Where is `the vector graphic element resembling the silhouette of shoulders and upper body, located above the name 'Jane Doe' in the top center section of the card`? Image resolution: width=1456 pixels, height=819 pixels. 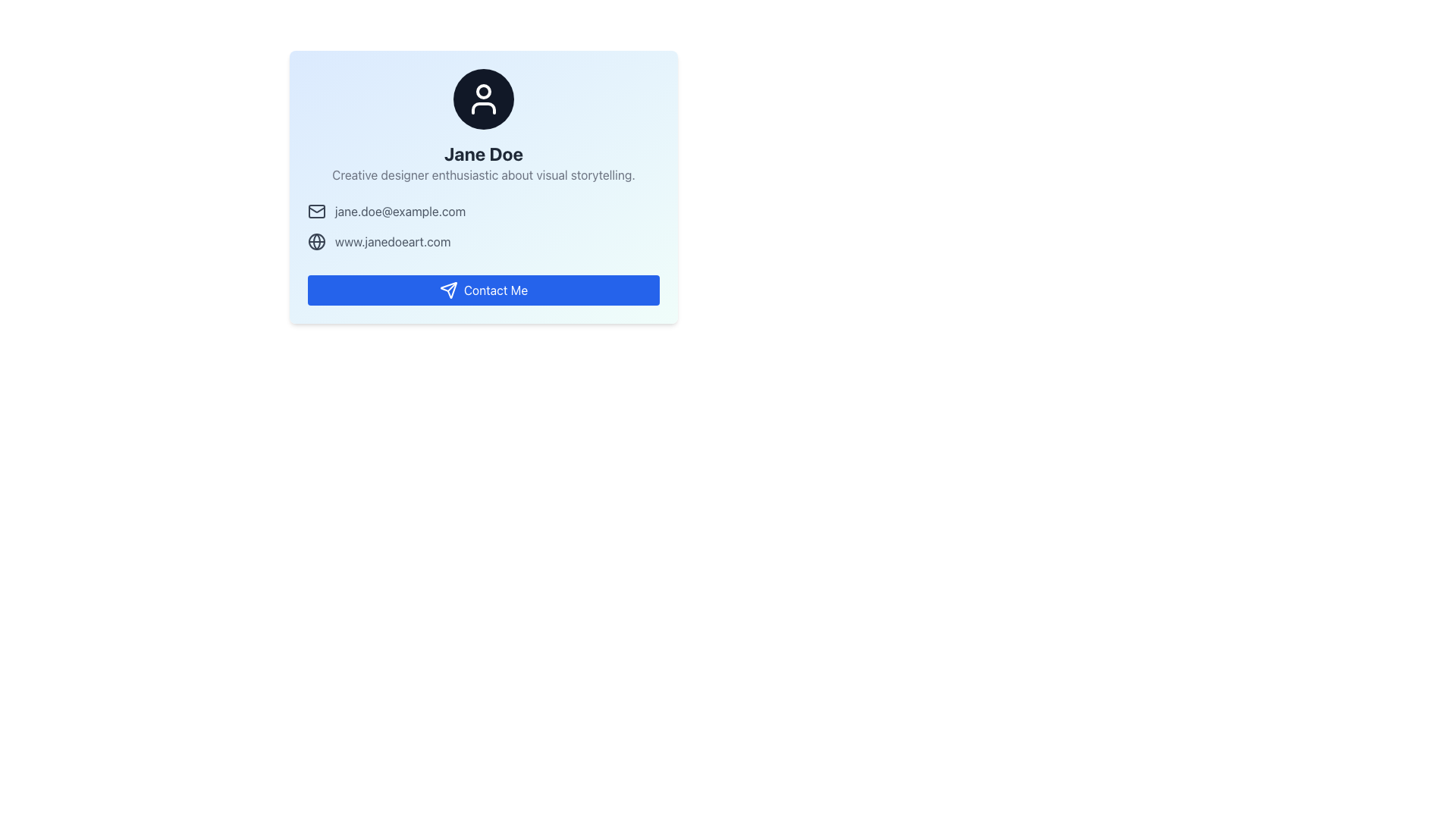 the vector graphic element resembling the silhouette of shoulders and upper body, located above the name 'Jane Doe' in the top center section of the card is located at coordinates (483, 107).